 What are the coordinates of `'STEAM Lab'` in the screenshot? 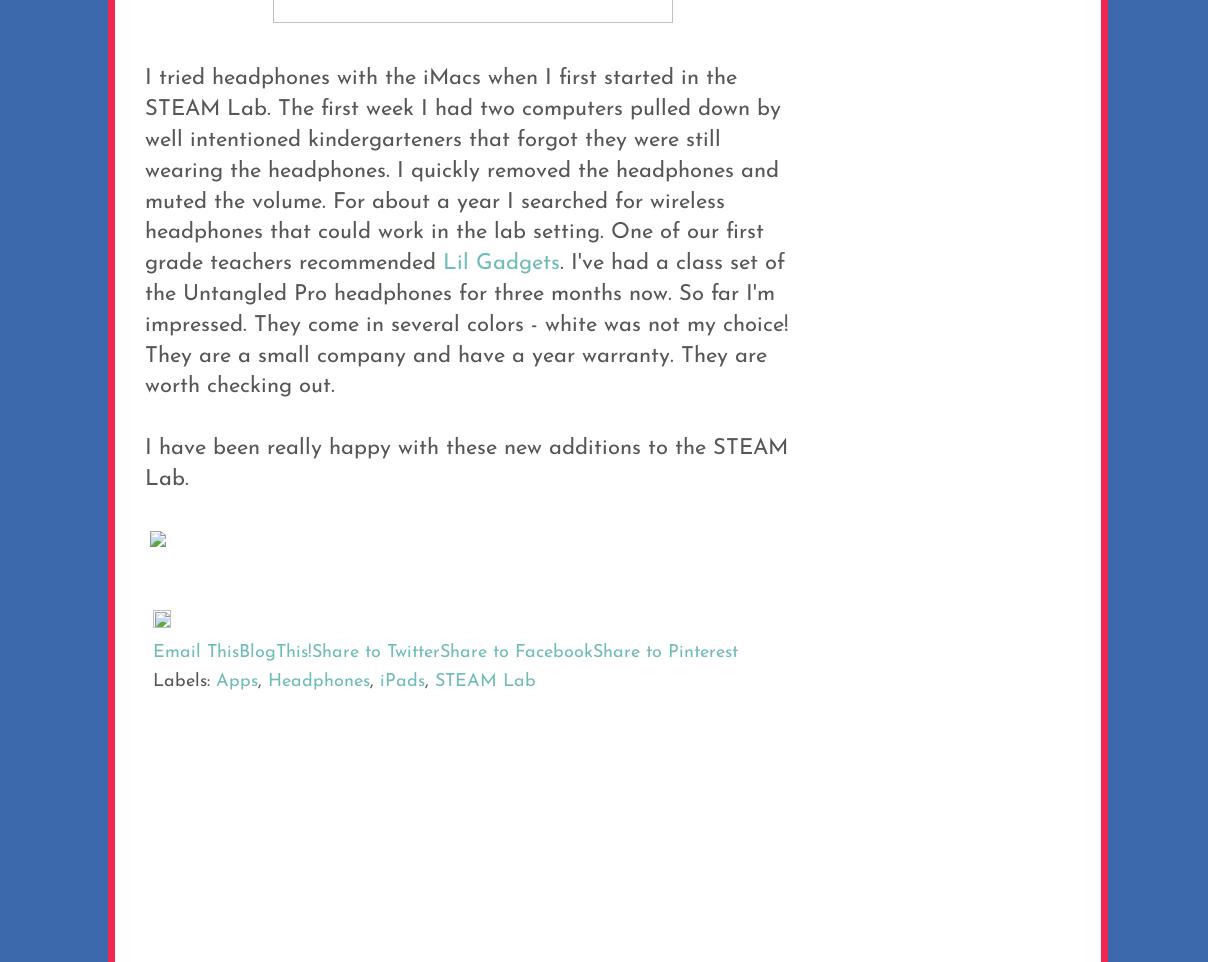 It's located at (485, 679).